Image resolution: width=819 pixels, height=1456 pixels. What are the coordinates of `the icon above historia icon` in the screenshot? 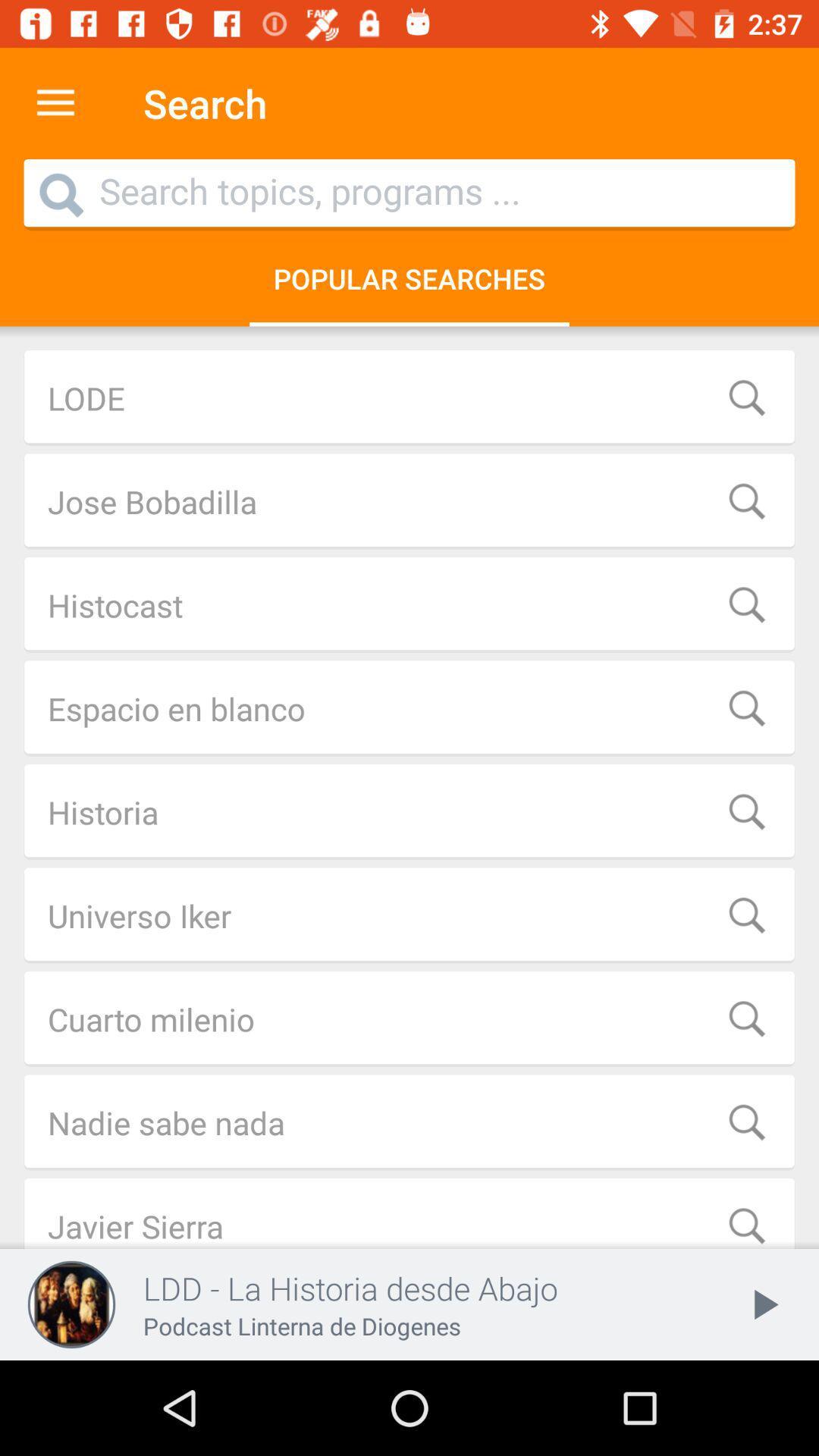 It's located at (409, 708).